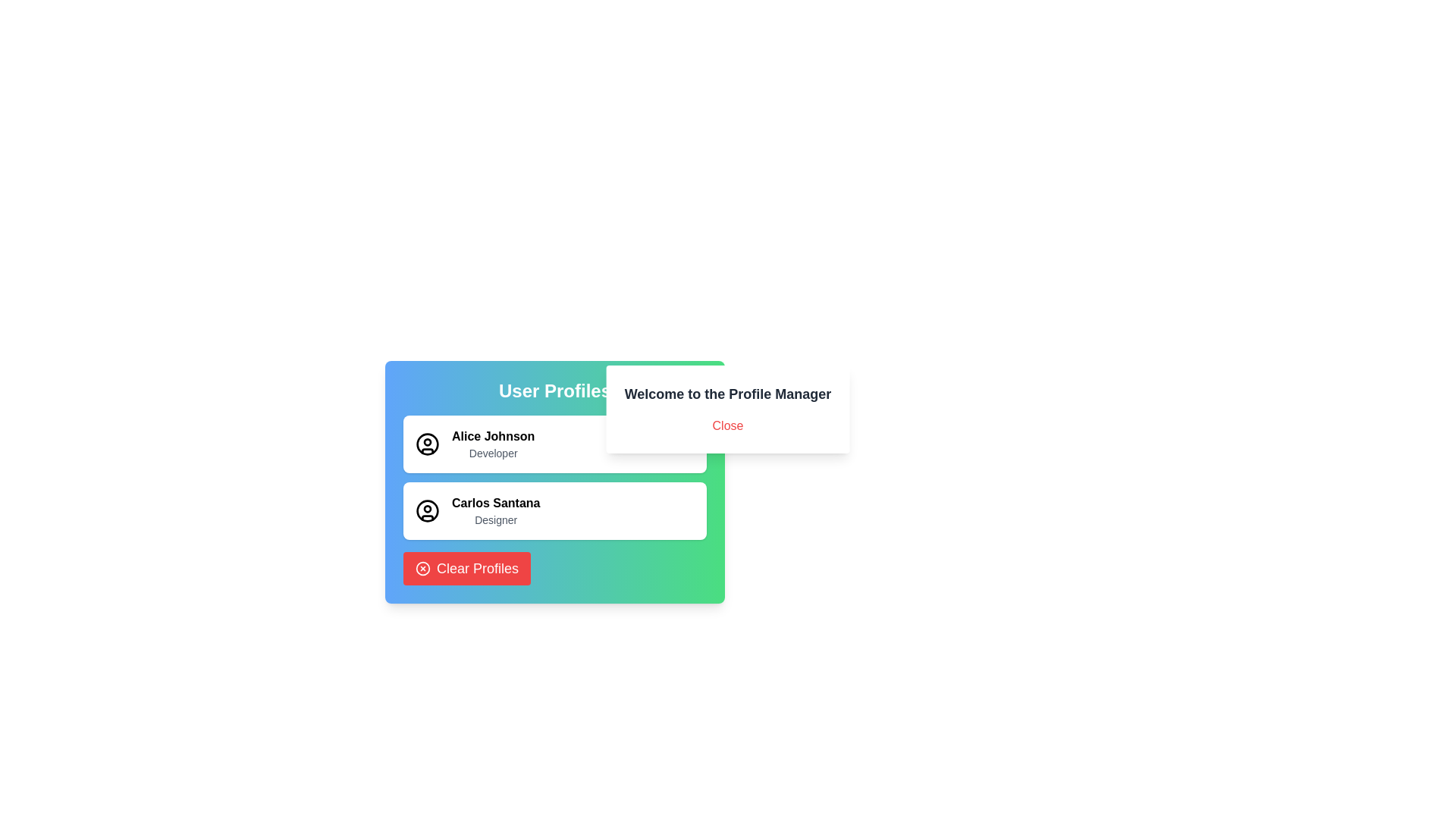 The image size is (1456, 819). What do you see at coordinates (554, 511) in the screenshot?
I see `user information from the Profile Card displaying 'Carlos Santana' and 'Designer', which is the second user profile card in the list` at bounding box center [554, 511].